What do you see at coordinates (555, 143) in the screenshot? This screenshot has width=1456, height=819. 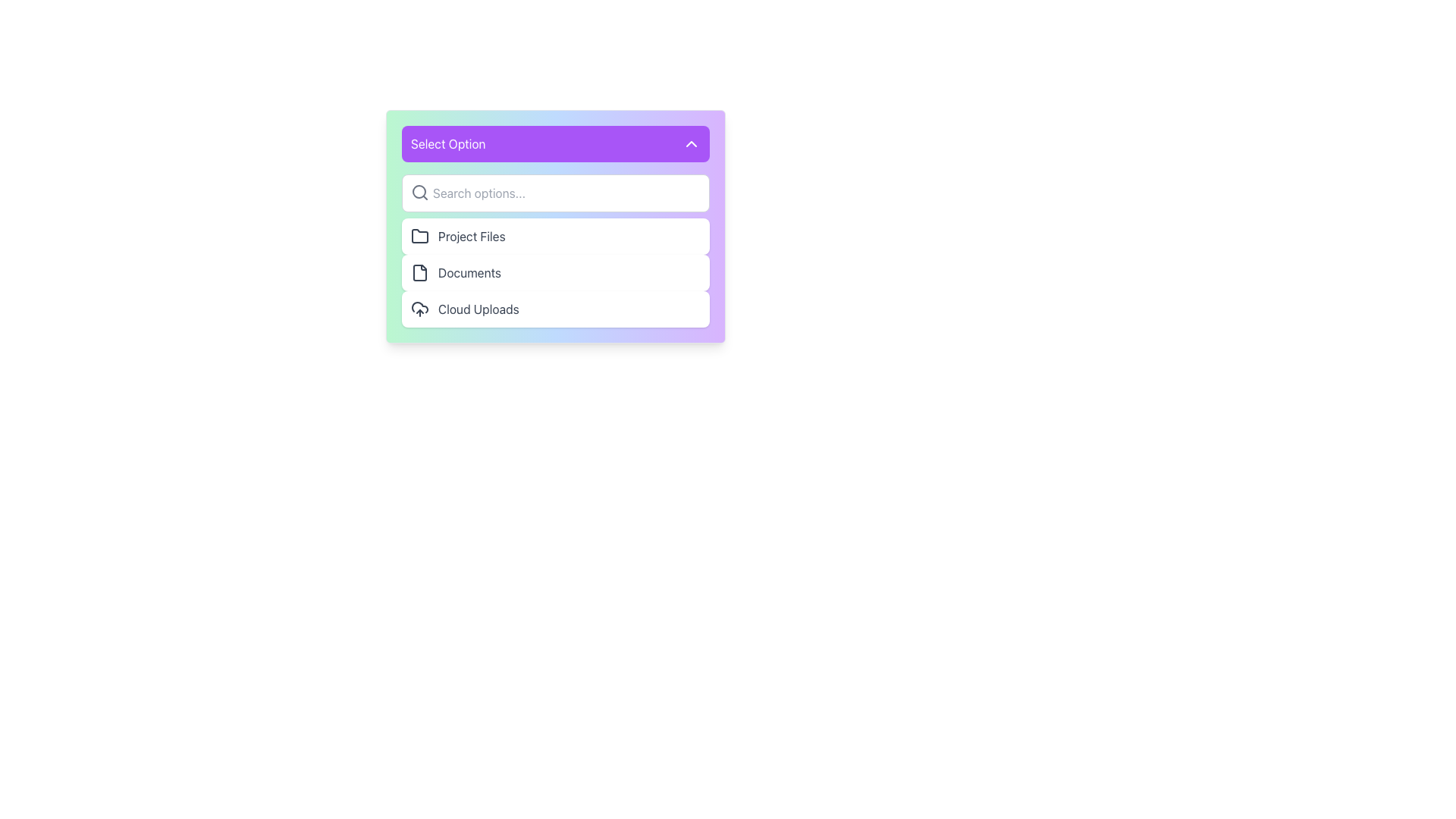 I see `the Dropdown toggle button with purple background and white text 'Select Option'` at bounding box center [555, 143].